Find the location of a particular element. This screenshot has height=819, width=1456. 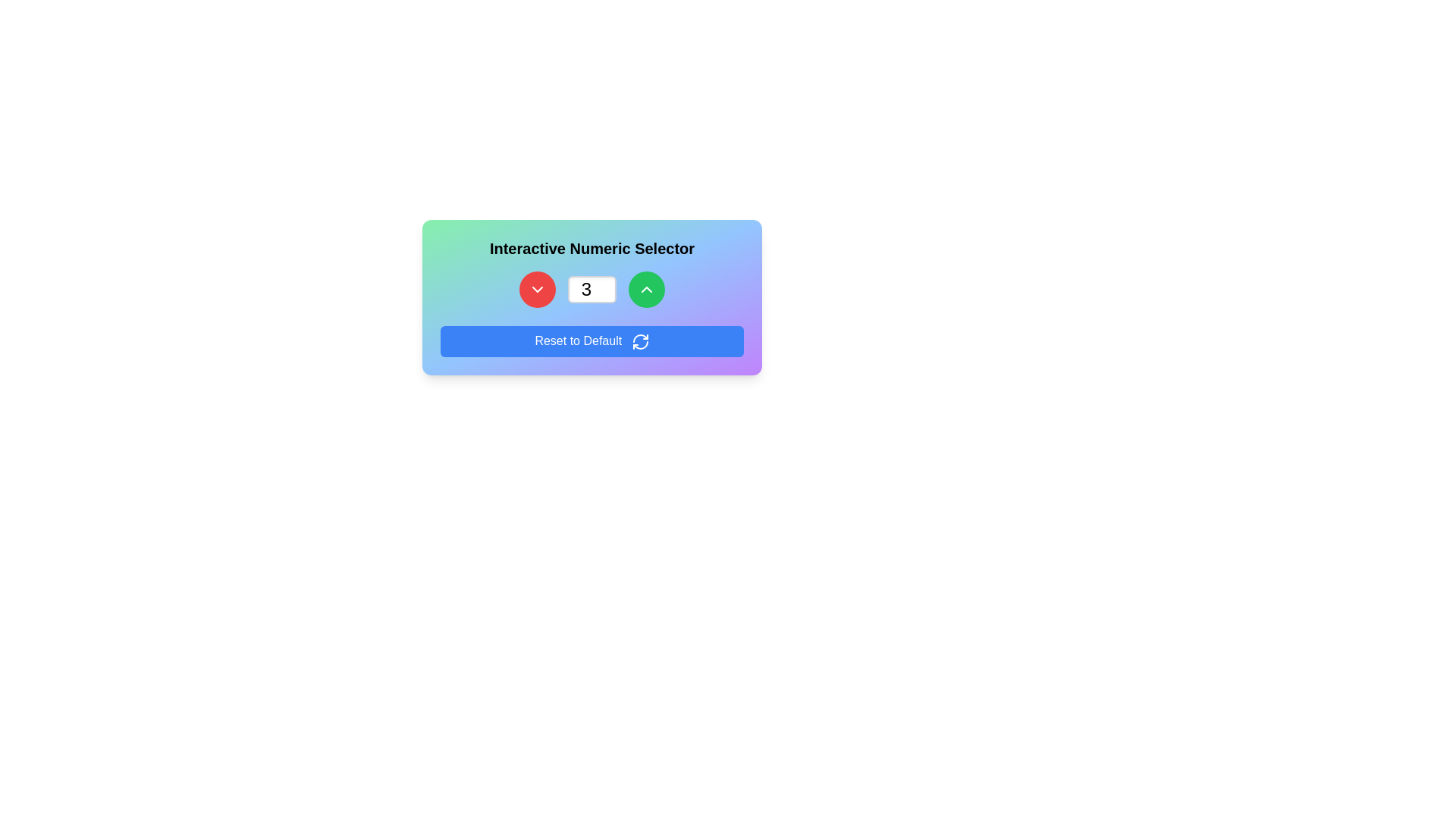

the refresh icon, which is a circular arrow design located to the right of the 'Reset to Default' button label, distinguished by its blue background is located at coordinates (640, 341).